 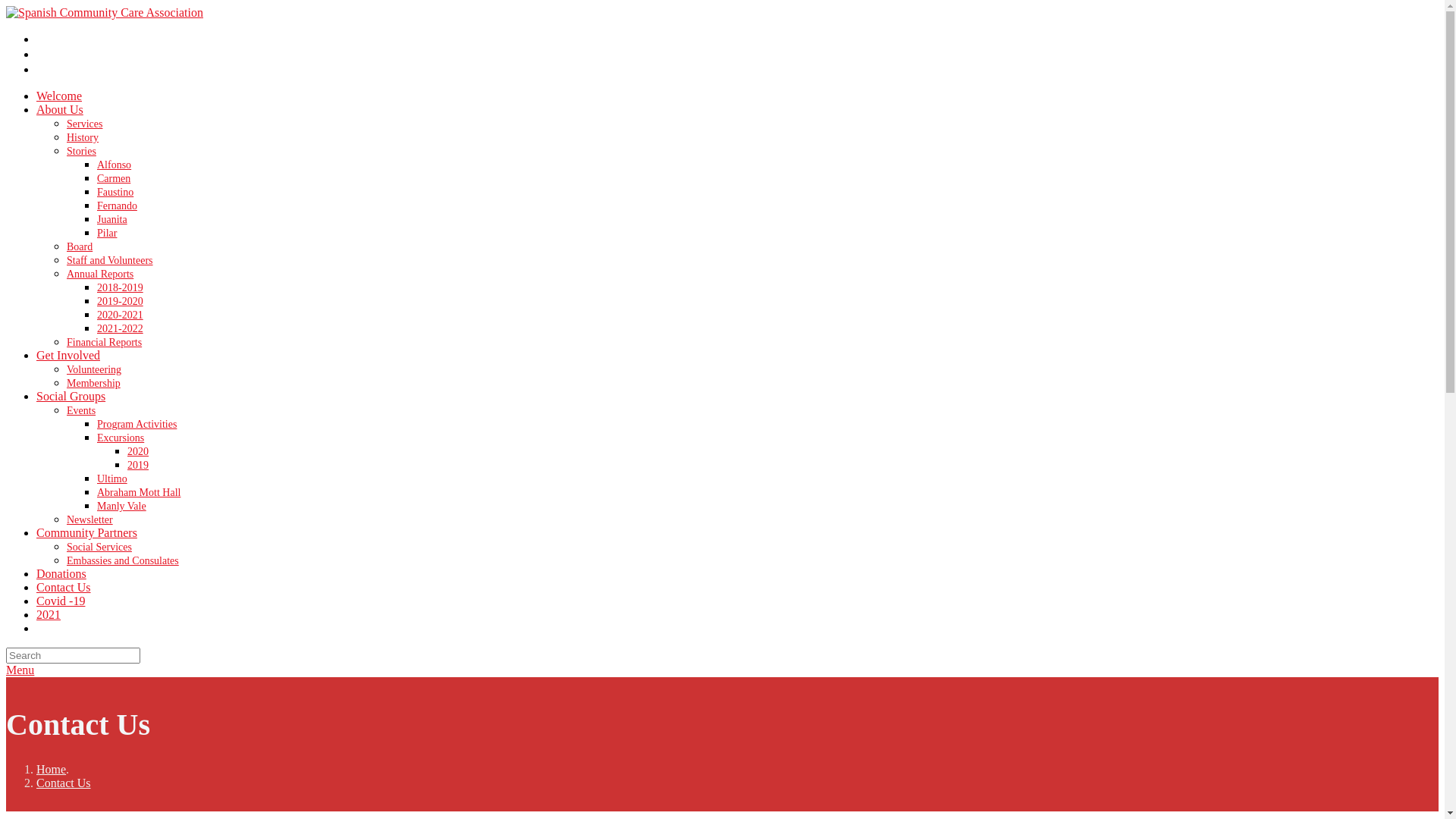 I want to click on '2019', so click(x=138, y=464).